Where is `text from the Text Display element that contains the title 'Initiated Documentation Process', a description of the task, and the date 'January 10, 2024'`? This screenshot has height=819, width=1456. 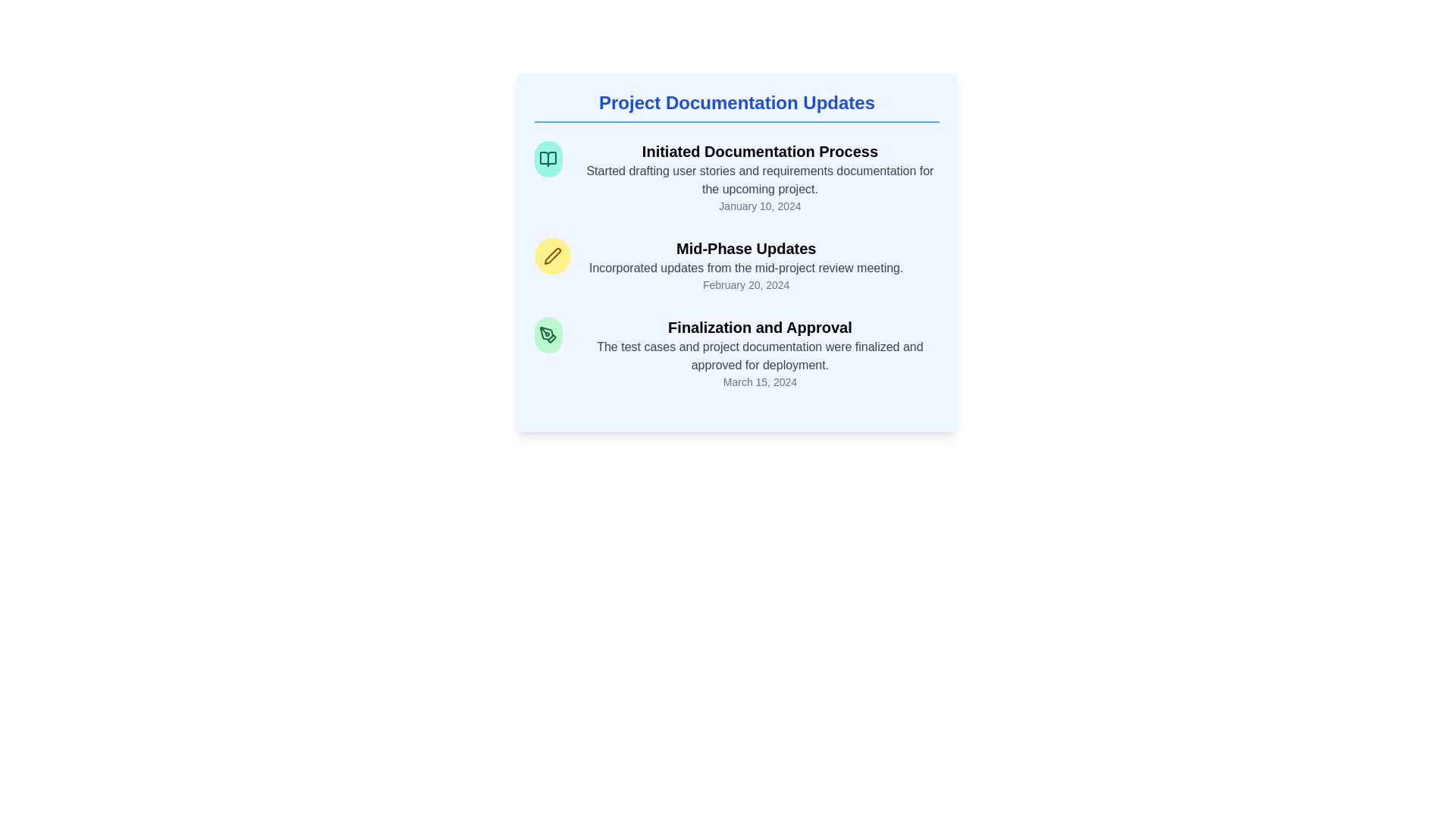
text from the Text Display element that contains the title 'Initiated Documentation Process', a description of the task, and the date 'January 10, 2024' is located at coordinates (760, 177).